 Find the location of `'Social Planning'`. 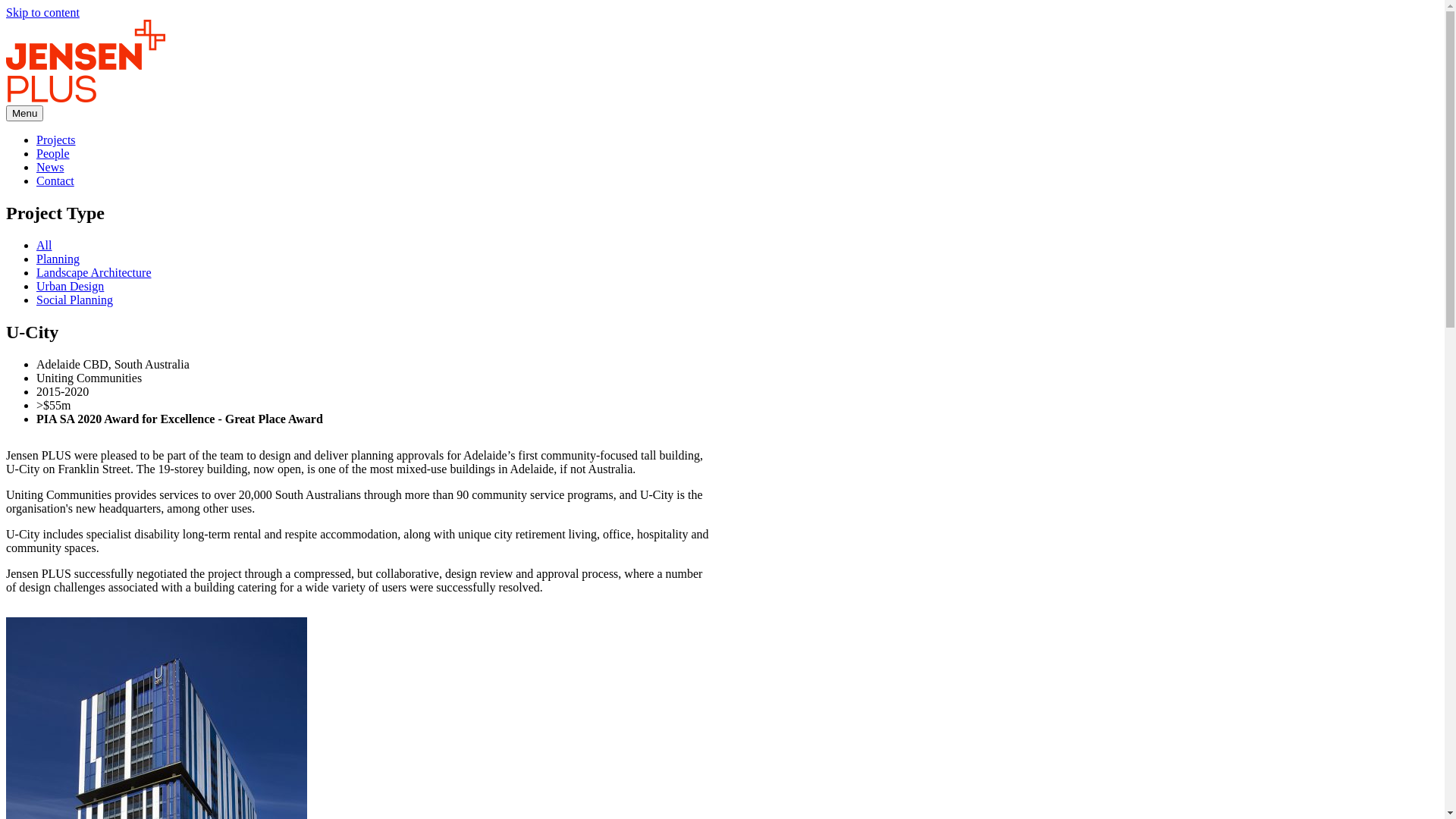

'Social Planning' is located at coordinates (74, 300).